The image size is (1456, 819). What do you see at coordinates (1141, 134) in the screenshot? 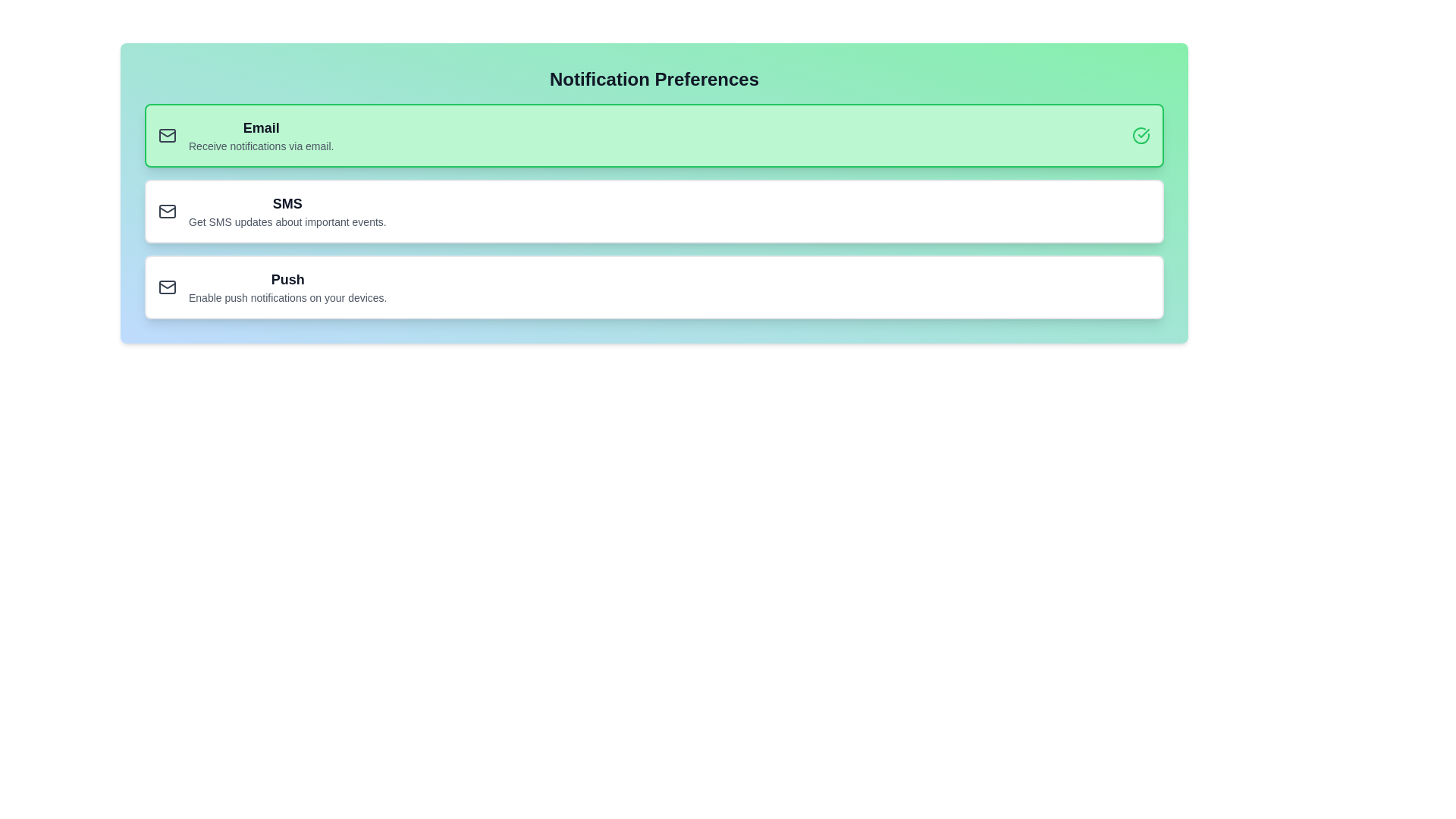
I see `the green circular checkmark icon located in the top-right corner of the 'Email' notification preference row, indicating a successful setting` at bounding box center [1141, 134].